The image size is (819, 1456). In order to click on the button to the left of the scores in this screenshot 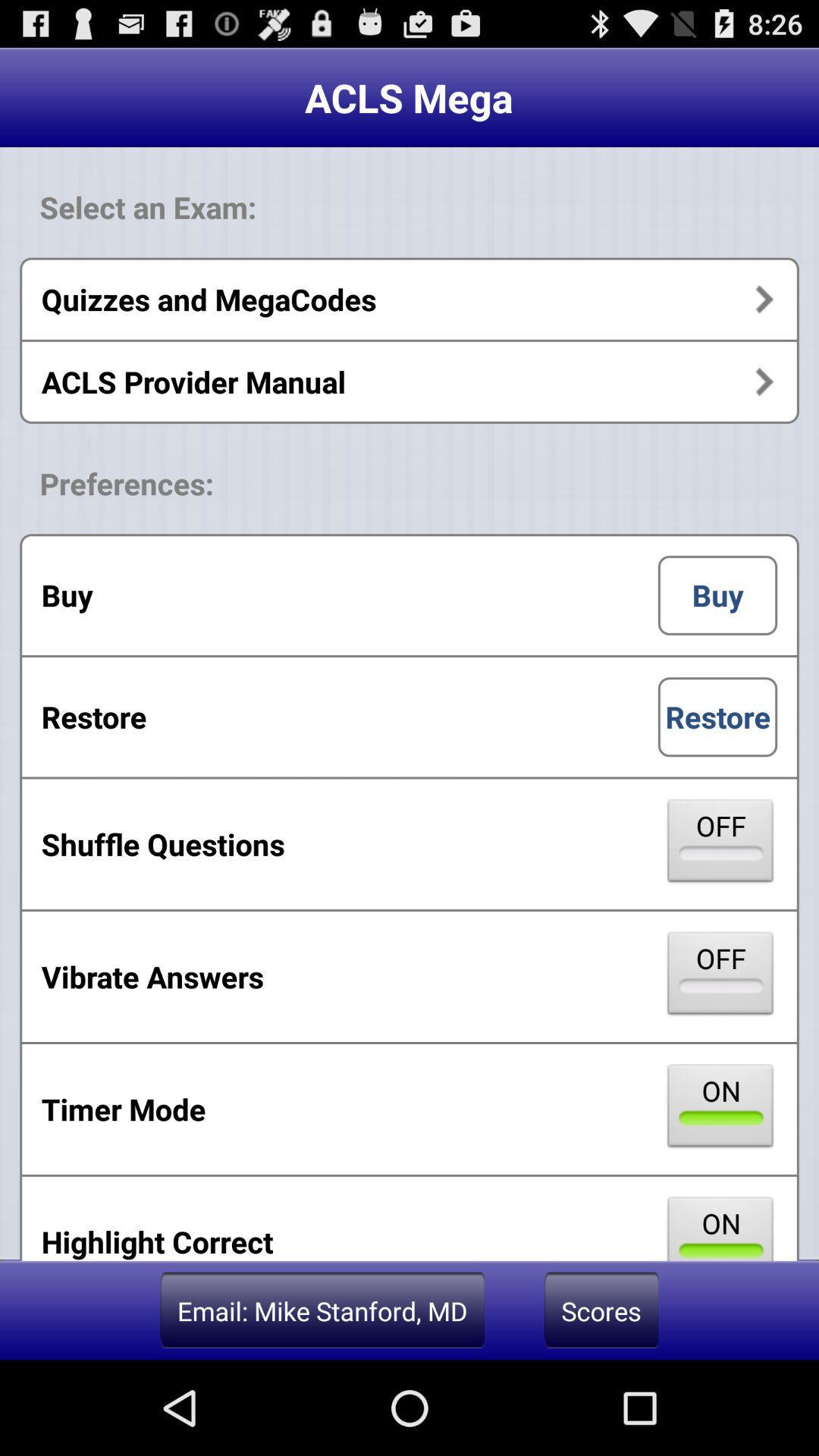, I will do `click(322, 1310)`.